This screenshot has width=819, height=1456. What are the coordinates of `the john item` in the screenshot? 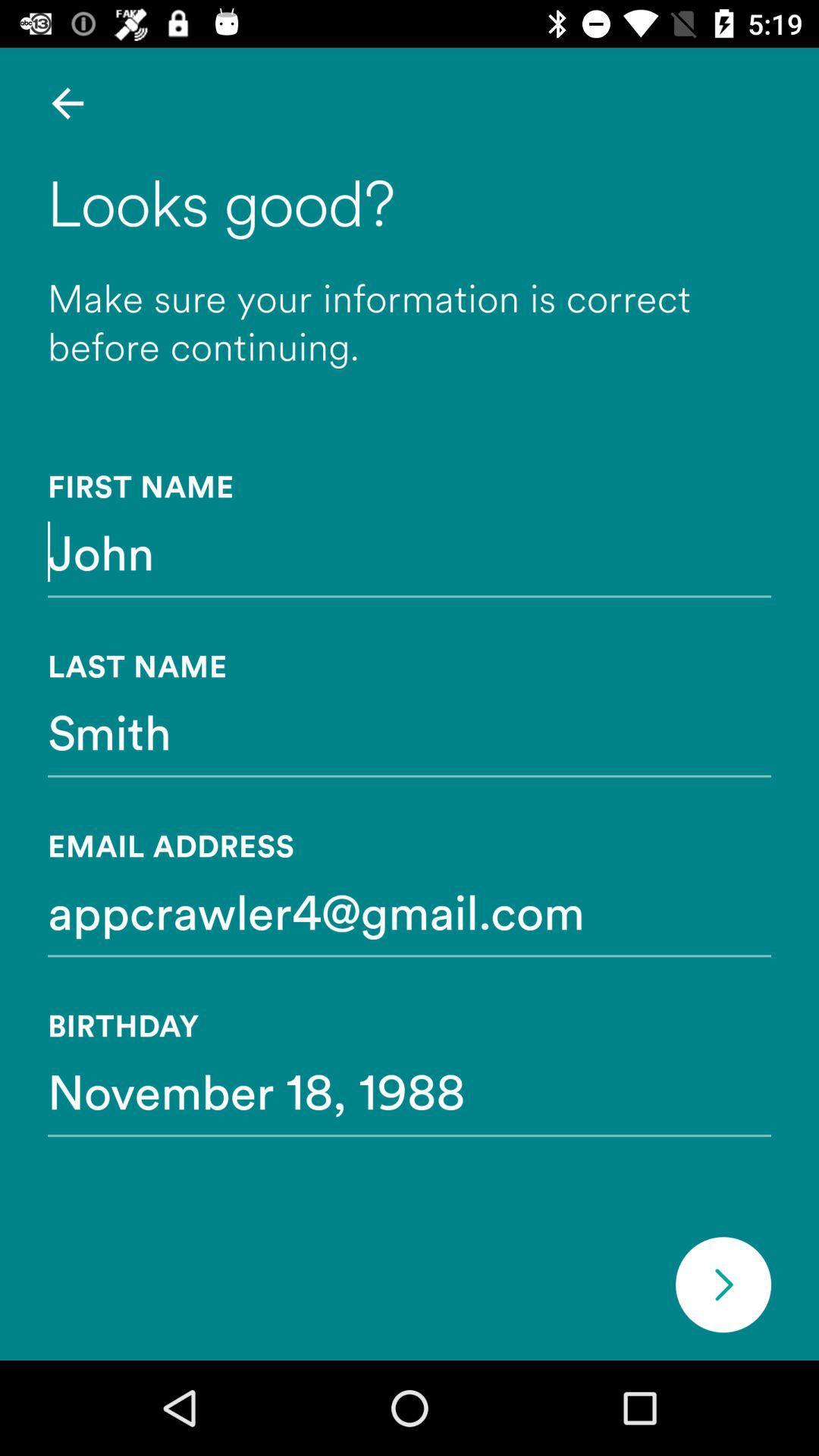 It's located at (409, 551).